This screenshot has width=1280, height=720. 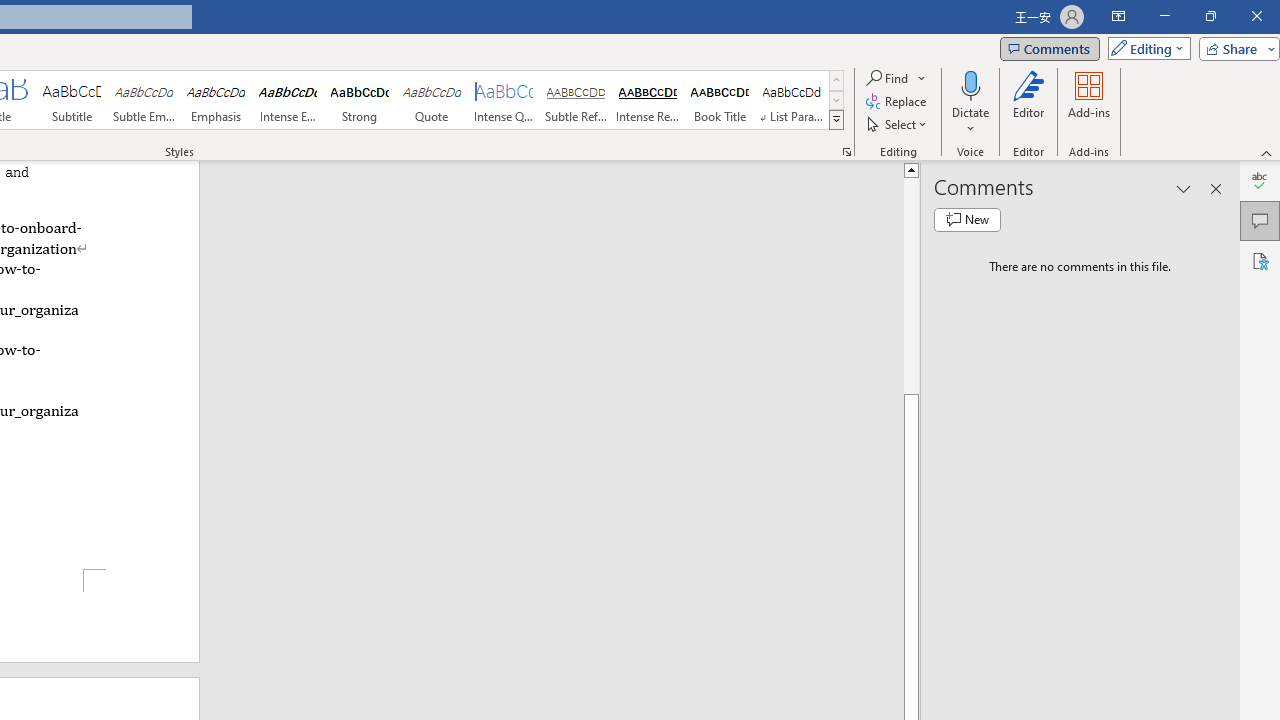 I want to click on 'Find', so click(x=895, y=77).